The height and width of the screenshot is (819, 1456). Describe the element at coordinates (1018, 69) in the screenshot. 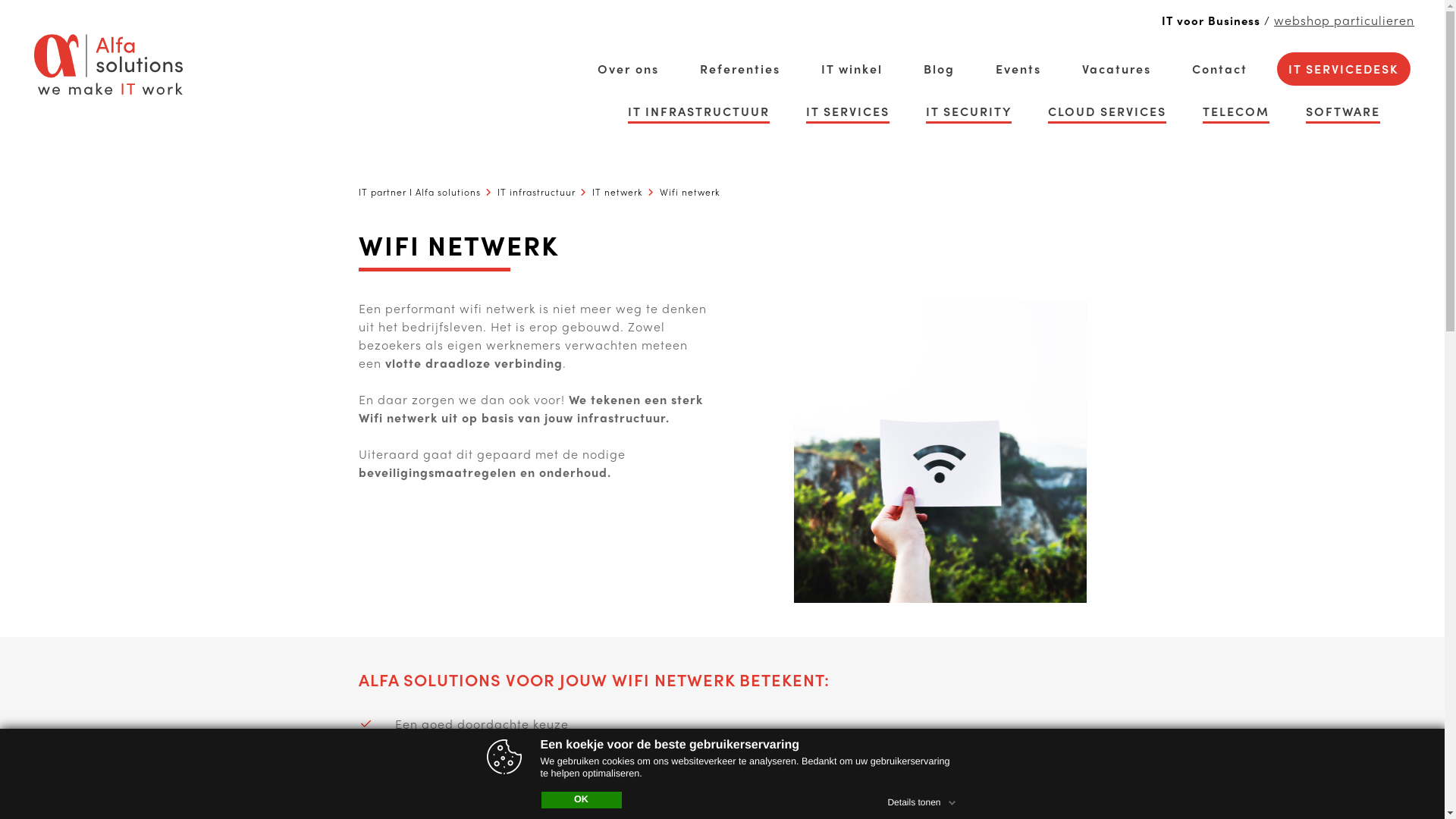

I see `'Events'` at that location.